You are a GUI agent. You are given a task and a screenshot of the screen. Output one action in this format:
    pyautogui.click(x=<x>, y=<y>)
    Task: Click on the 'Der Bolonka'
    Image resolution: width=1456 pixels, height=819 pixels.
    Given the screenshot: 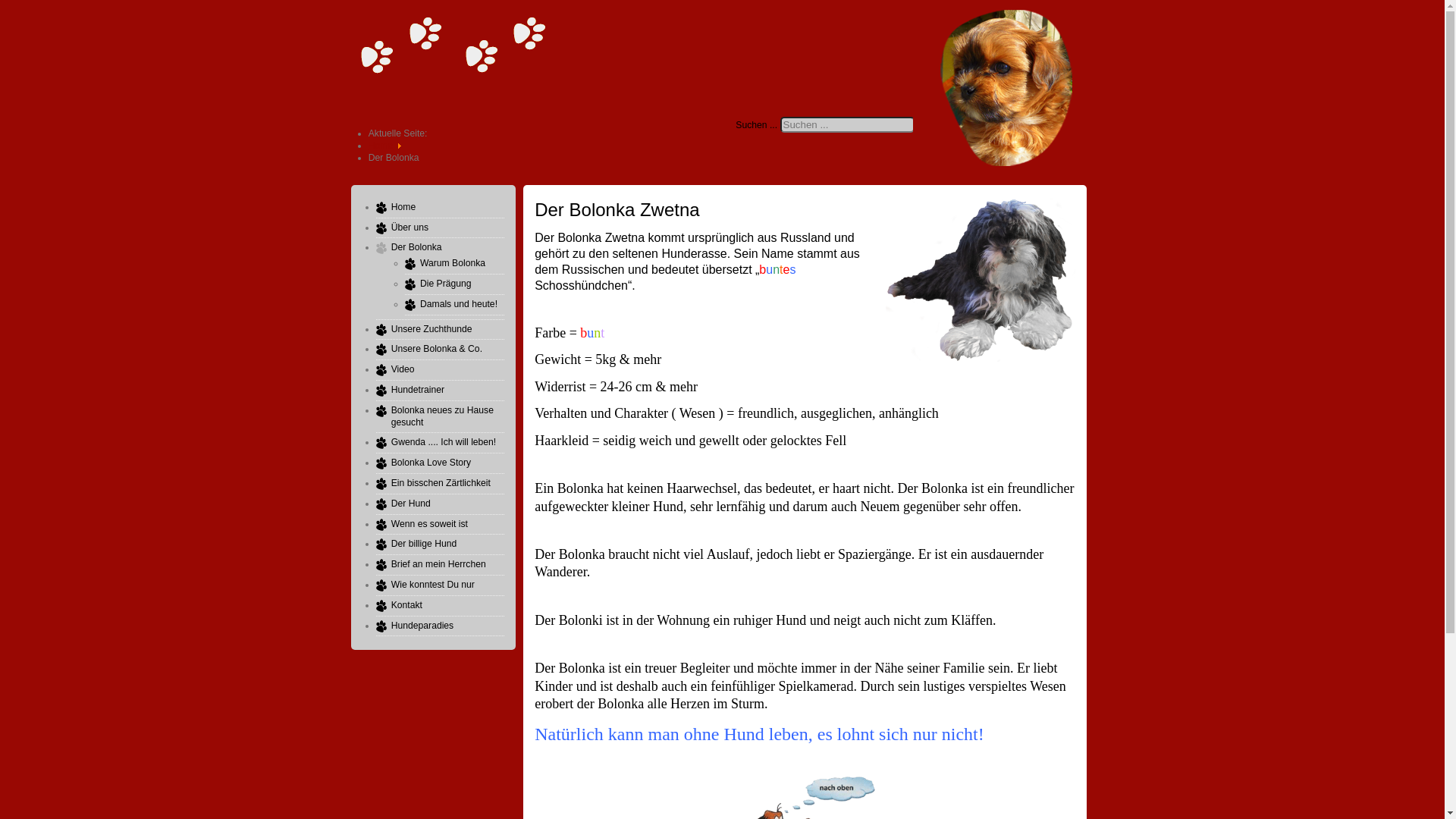 What is the action you would take?
    pyautogui.click(x=416, y=246)
    